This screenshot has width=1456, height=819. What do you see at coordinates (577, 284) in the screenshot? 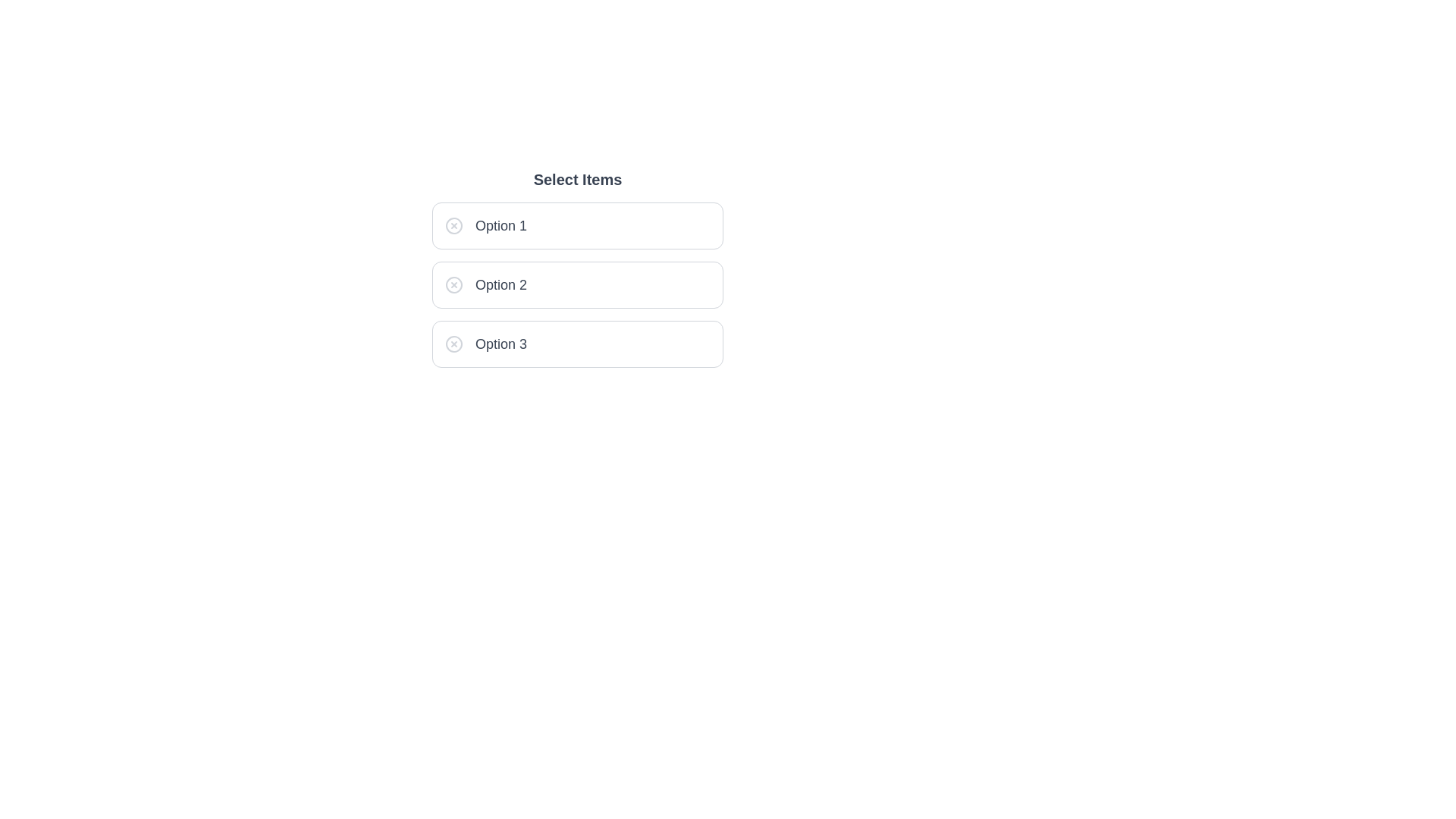
I see `the second button in the vertically stacked list of three buttons below the title 'Select Items'` at bounding box center [577, 284].